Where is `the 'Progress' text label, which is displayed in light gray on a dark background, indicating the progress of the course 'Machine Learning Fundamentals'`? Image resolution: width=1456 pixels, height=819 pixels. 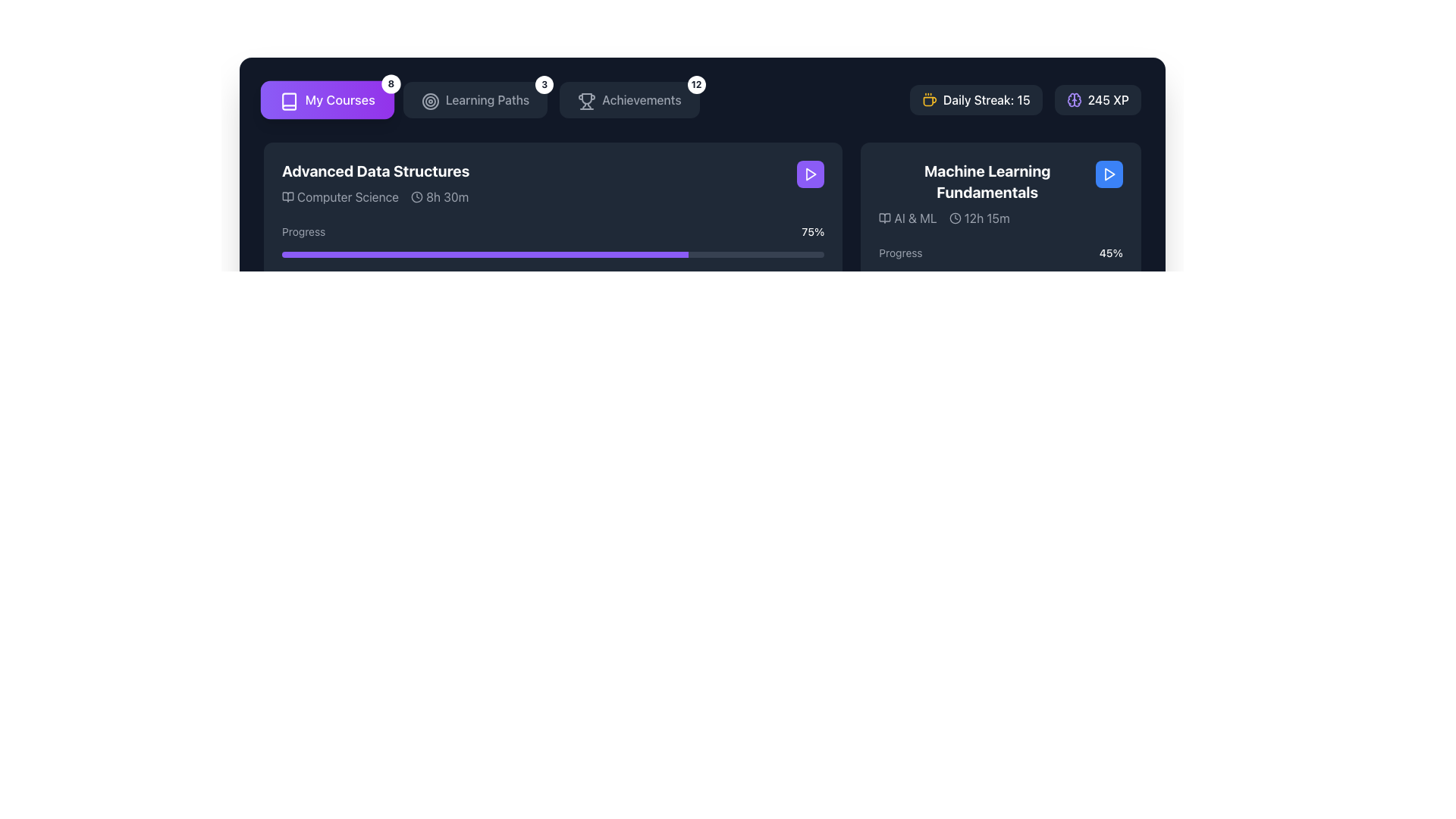 the 'Progress' text label, which is displayed in light gray on a dark background, indicating the progress of the course 'Machine Learning Fundamentals' is located at coordinates (900, 253).